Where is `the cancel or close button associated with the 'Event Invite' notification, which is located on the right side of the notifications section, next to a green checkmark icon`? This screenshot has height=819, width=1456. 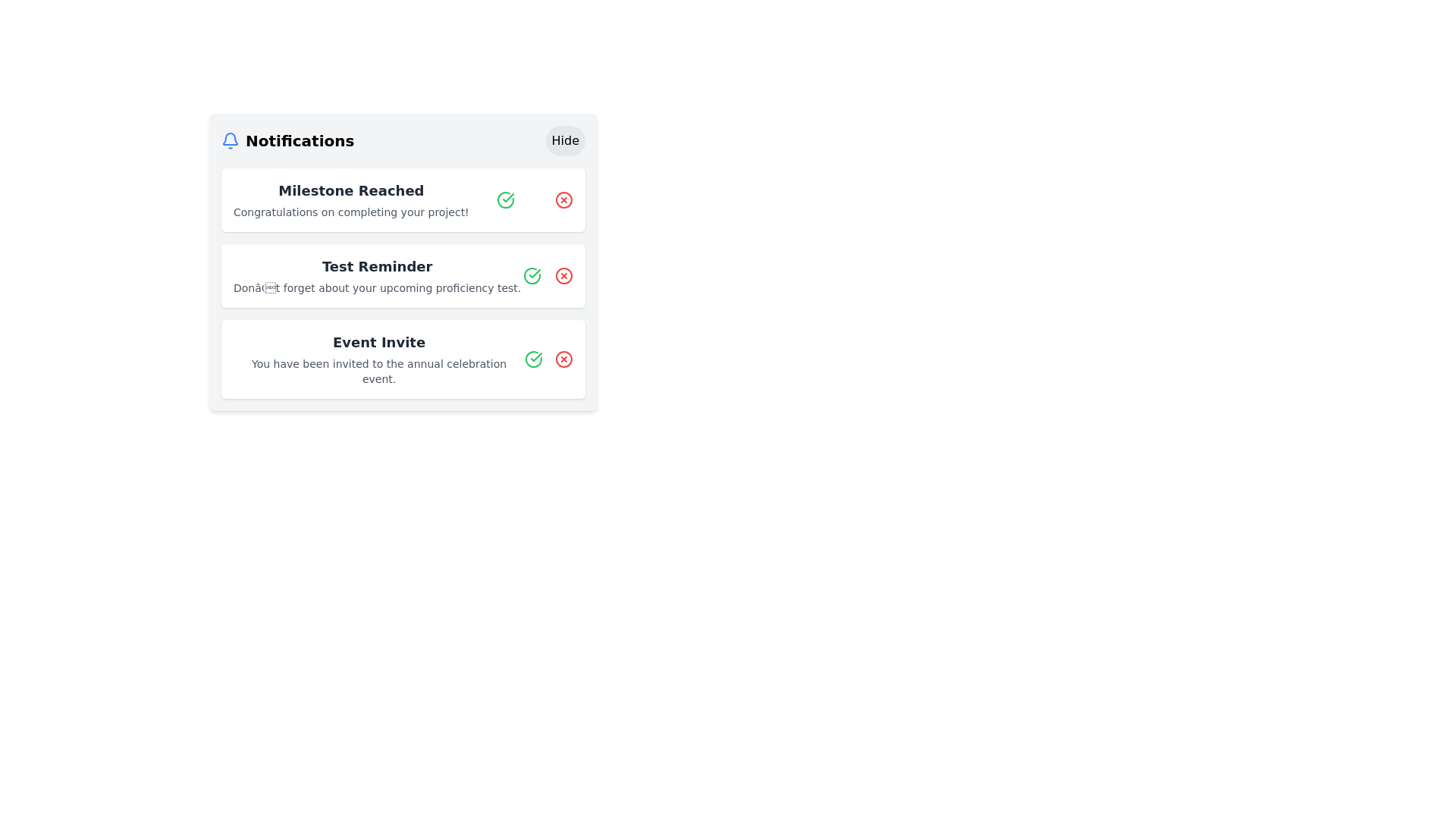 the cancel or close button associated with the 'Event Invite' notification, which is located on the right side of the notifications section, next to a green checkmark icon is located at coordinates (563, 359).